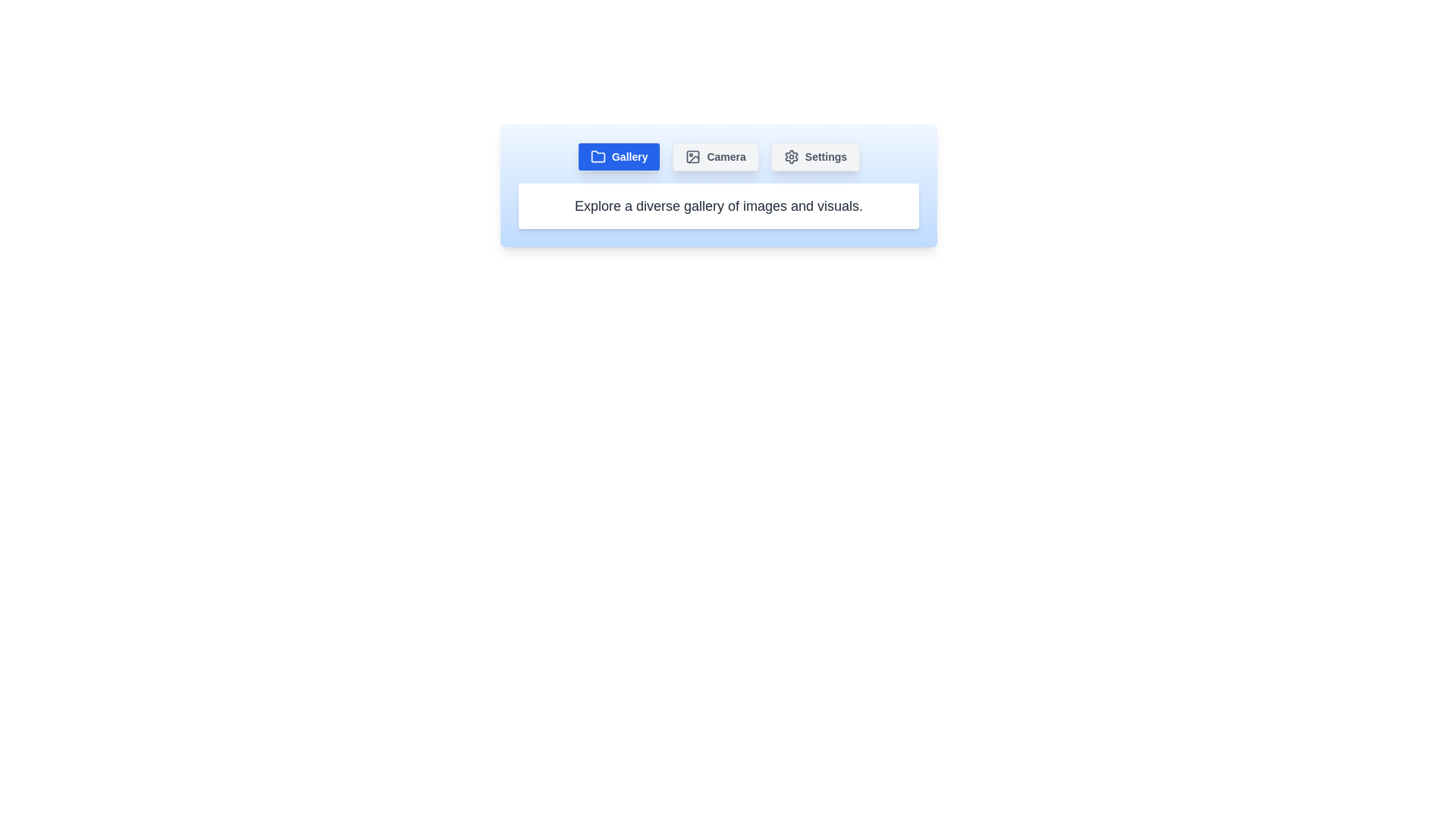  Describe the element at coordinates (814, 157) in the screenshot. I see `the 'Settings' button, which is the third button in a horizontal row of three buttons labeled 'Gallery,' 'Camera,' and 'Settings'` at that location.